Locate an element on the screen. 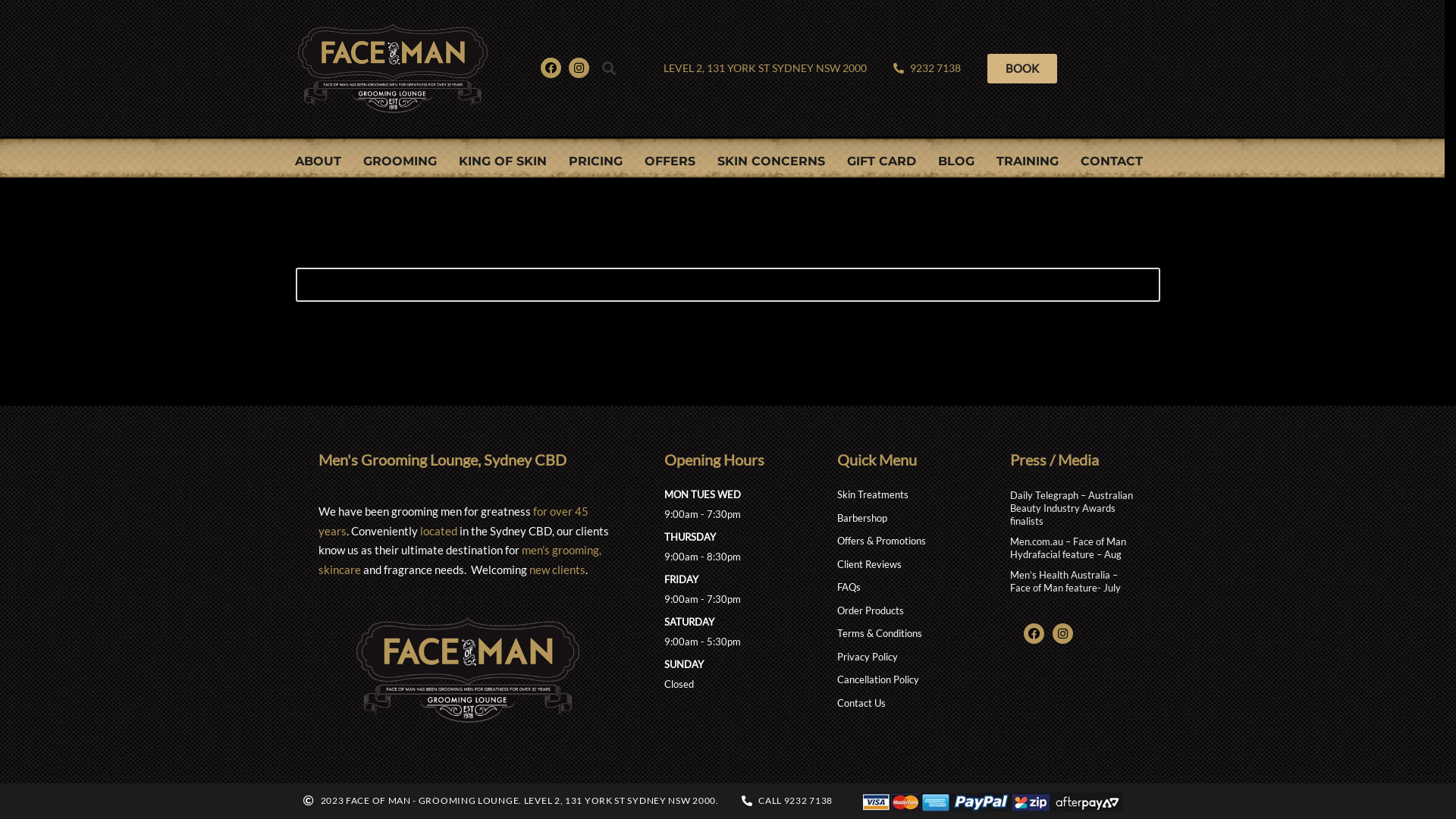  'KING OF SKIN' is located at coordinates (502, 161).